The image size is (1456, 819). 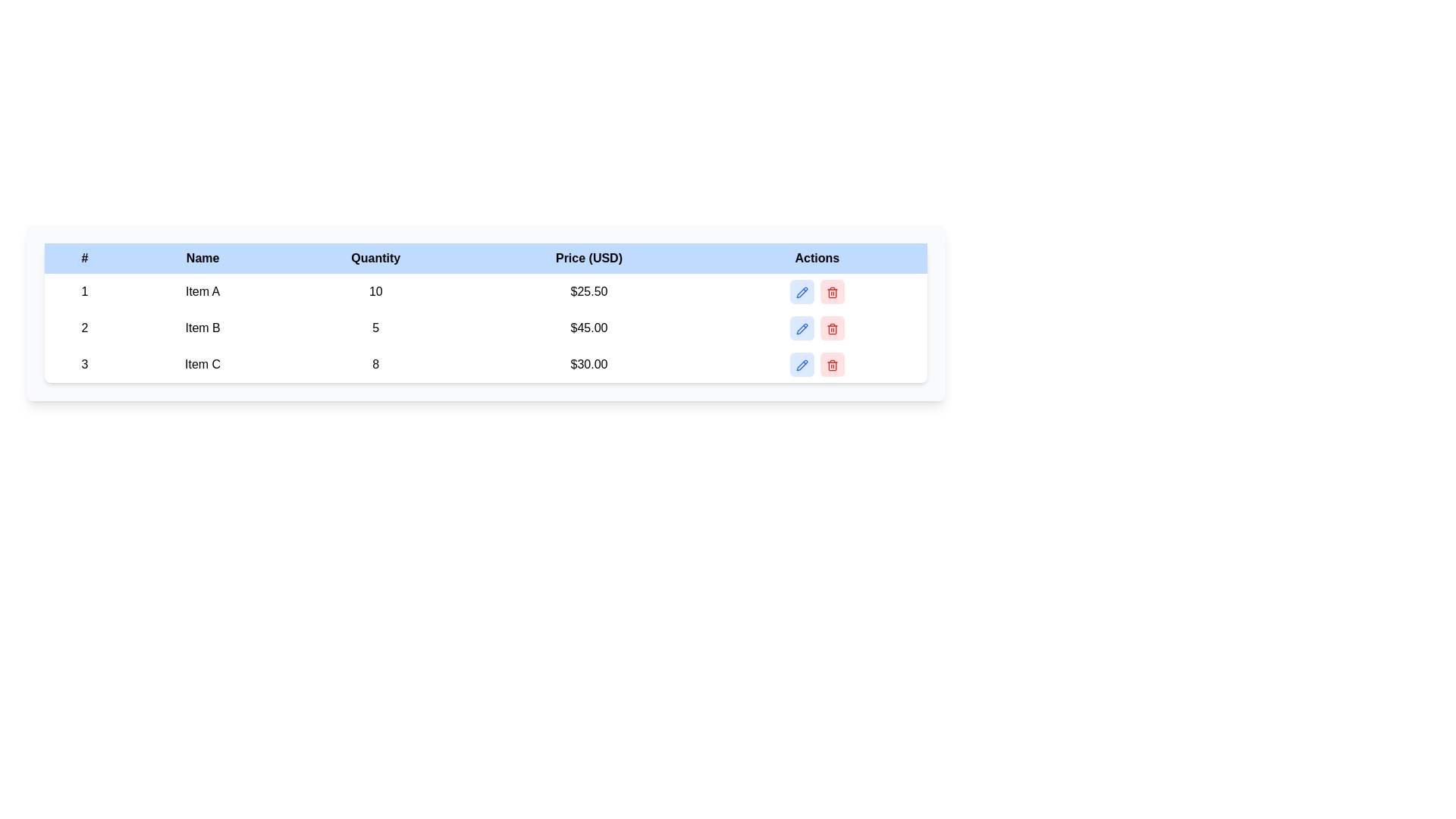 I want to click on the edit button in the Actions column of the first row of the table, which allows the user, so click(x=816, y=292).